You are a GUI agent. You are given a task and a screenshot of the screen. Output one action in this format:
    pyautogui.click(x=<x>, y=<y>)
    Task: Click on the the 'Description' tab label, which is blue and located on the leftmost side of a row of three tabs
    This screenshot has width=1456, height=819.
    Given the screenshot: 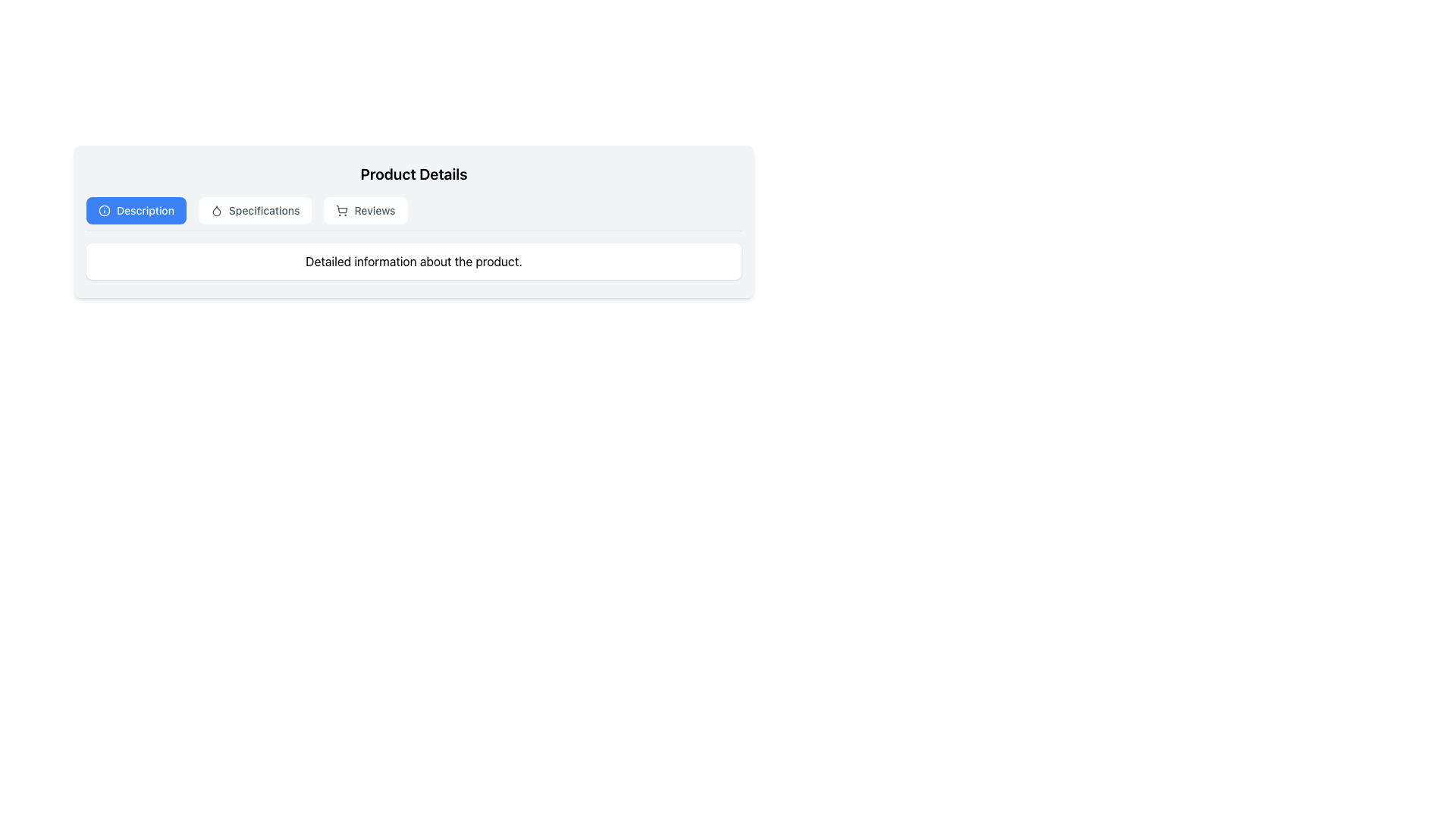 What is the action you would take?
    pyautogui.click(x=136, y=210)
    